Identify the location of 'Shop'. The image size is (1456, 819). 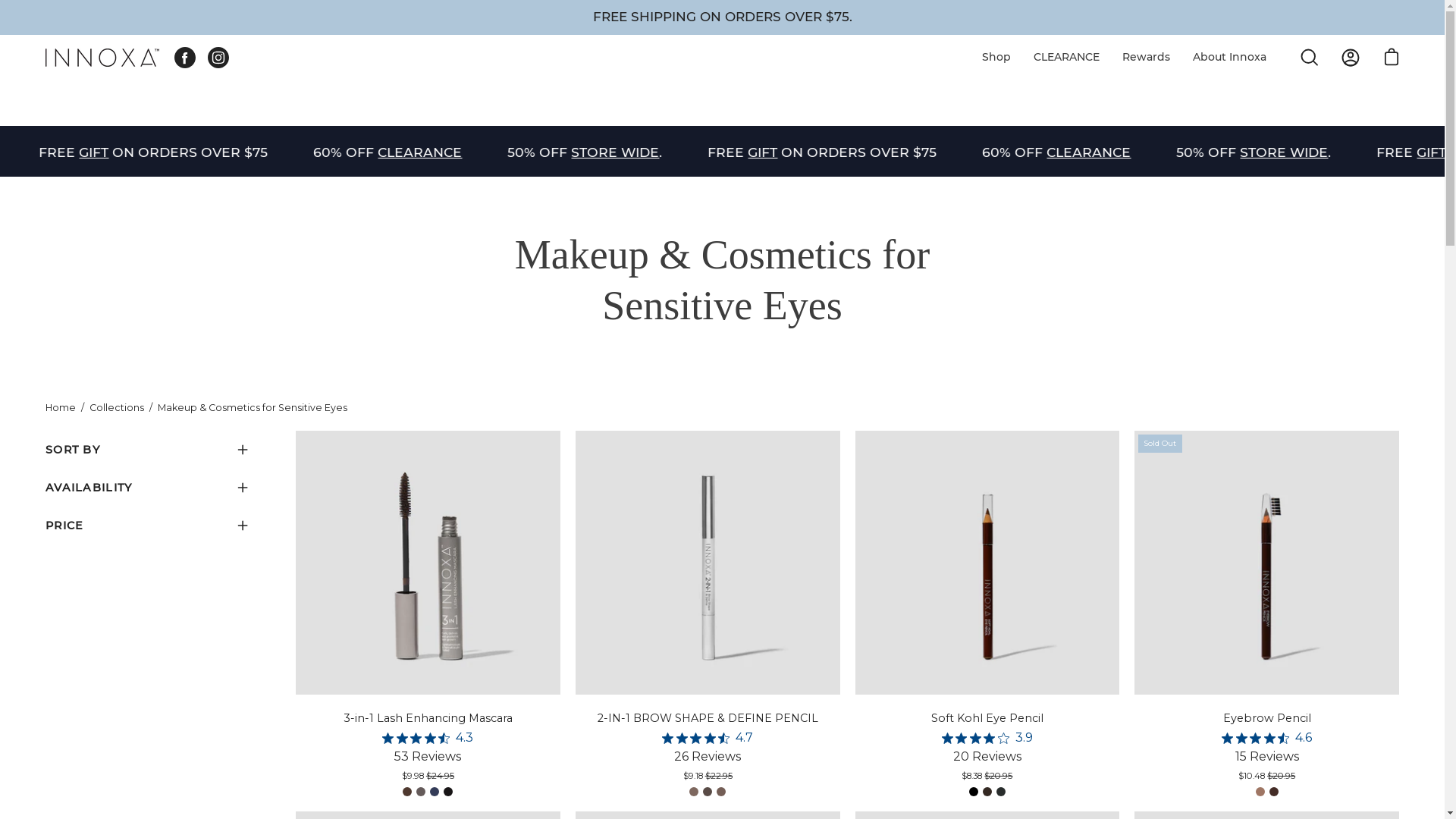
(996, 56).